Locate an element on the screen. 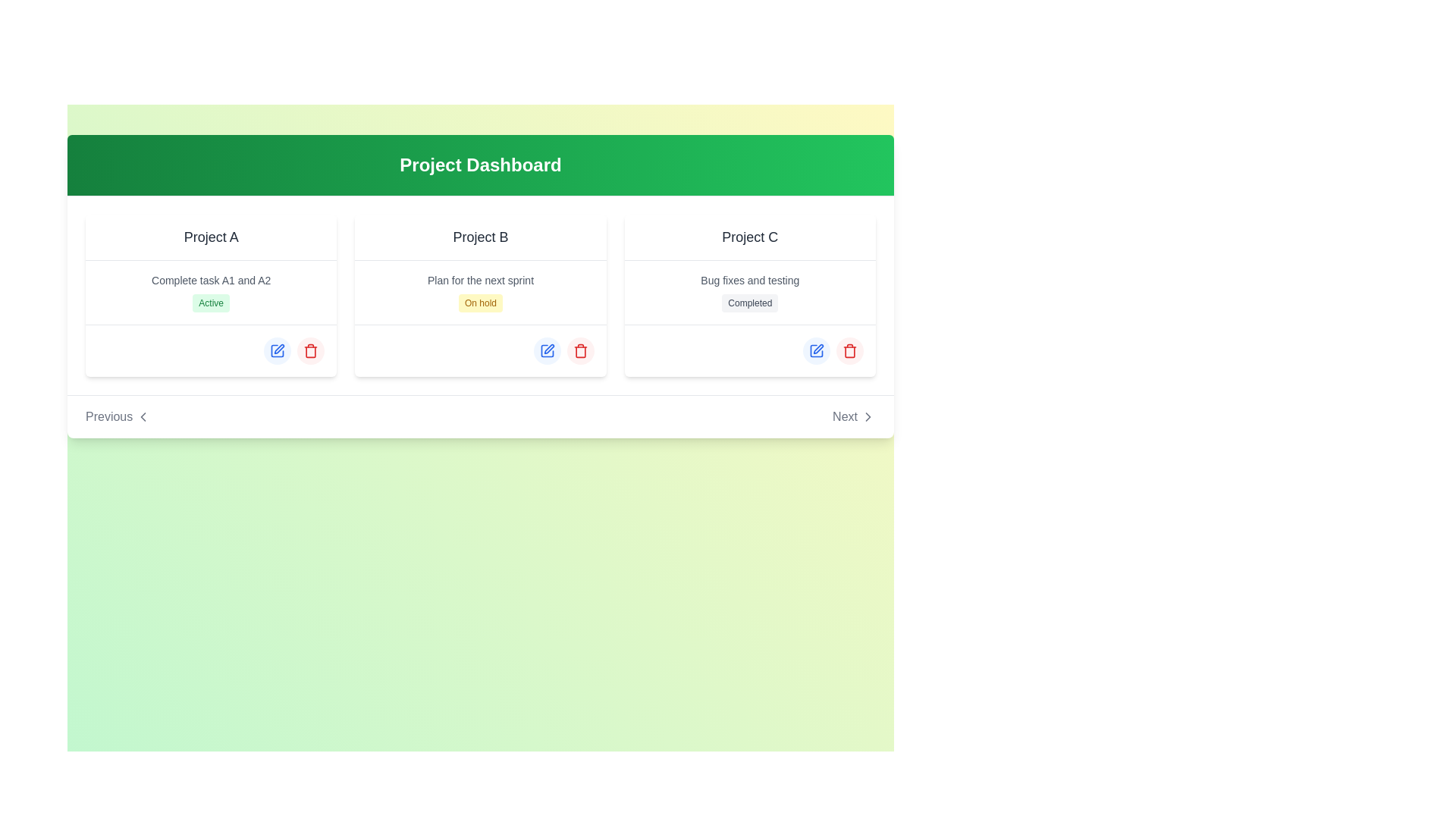 The image size is (1456, 819). the edit button located in the bottom-right corner of the Project A card is located at coordinates (278, 350).